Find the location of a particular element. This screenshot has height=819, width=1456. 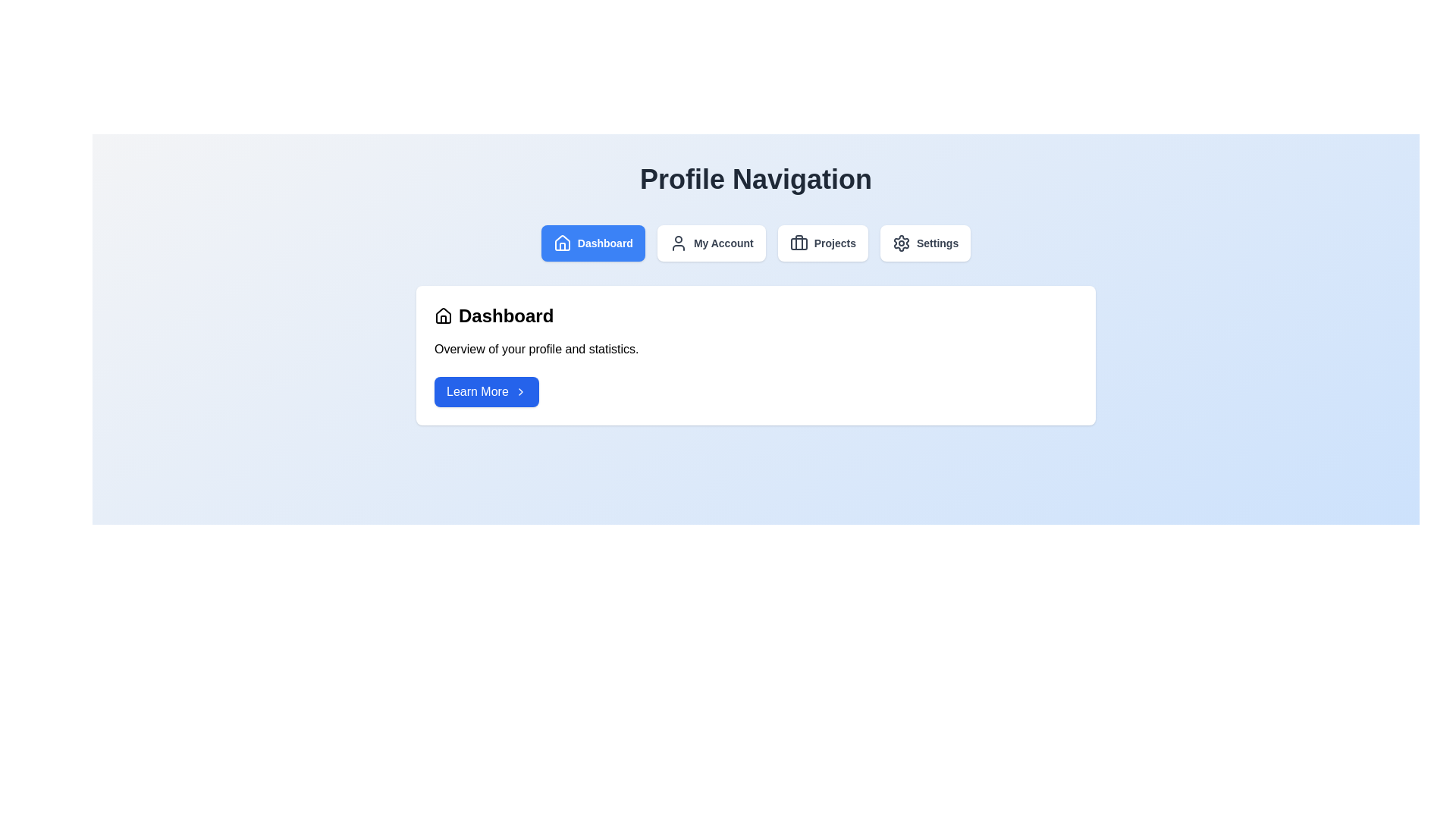

the 'Projects' icon within the navigation button located in the top center of the interface under 'Profile Navigation'. This icon visually represents the 'Projects' section and is positioned to the left of the text 'Projects' is located at coordinates (798, 242).